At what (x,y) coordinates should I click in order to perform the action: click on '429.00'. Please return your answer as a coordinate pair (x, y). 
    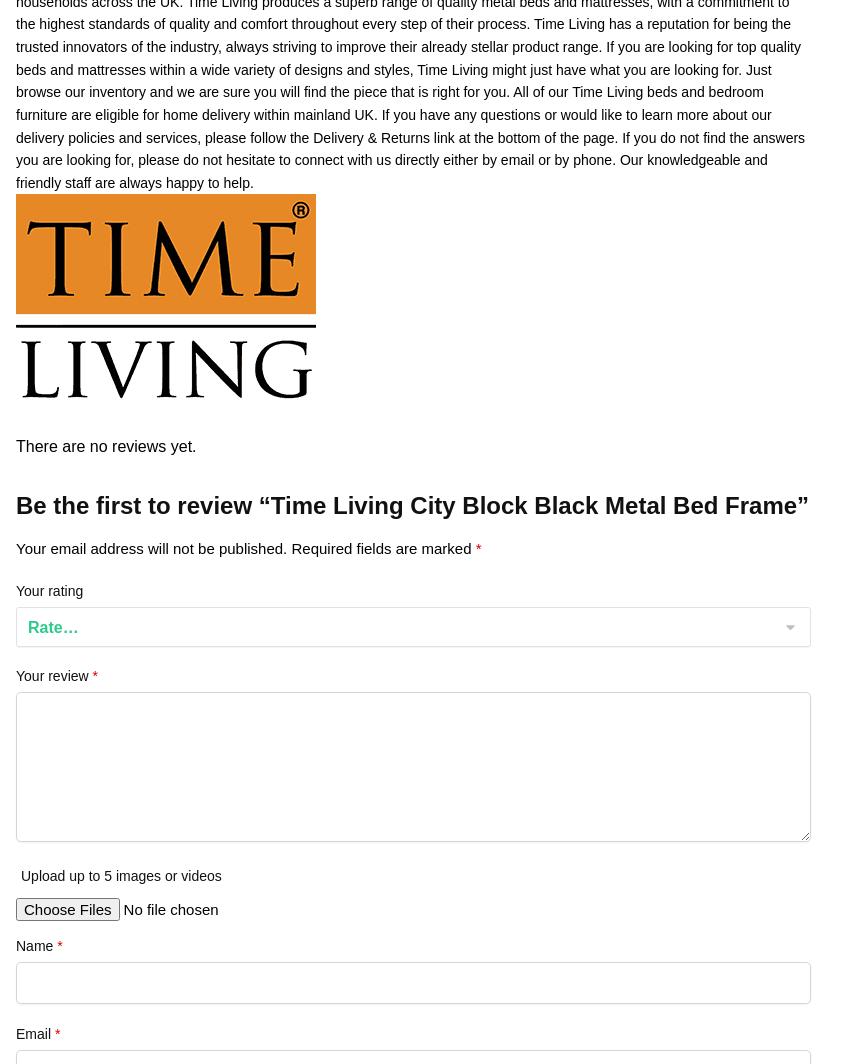
    Looking at the image, I should click on (772, 102).